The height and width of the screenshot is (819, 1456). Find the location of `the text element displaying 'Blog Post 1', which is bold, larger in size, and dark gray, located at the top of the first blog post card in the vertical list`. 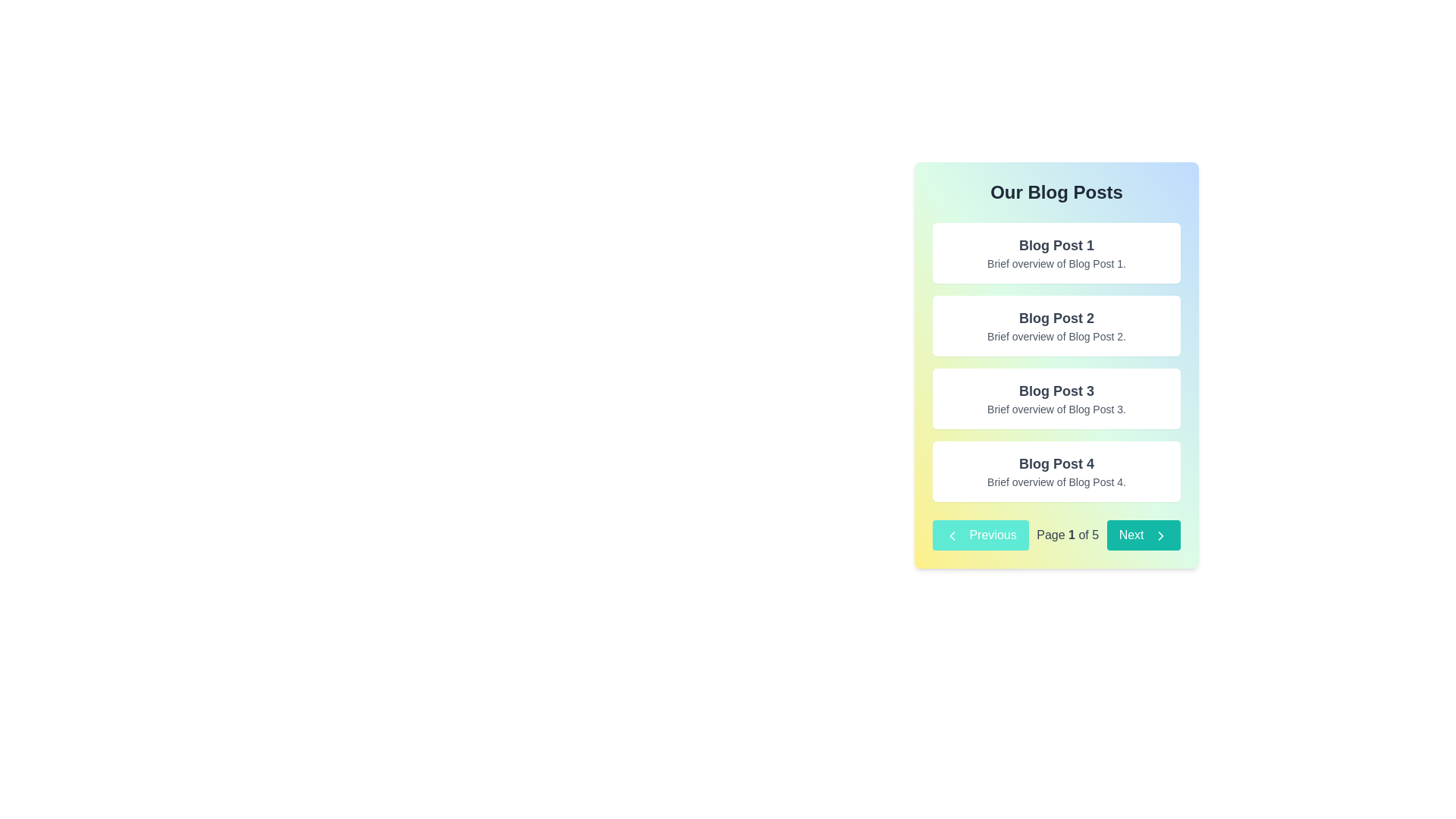

the text element displaying 'Blog Post 1', which is bold, larger in size, and dark gray, located at the top of the first blog post card in the vertical list is located at coordinates (1056, 245).